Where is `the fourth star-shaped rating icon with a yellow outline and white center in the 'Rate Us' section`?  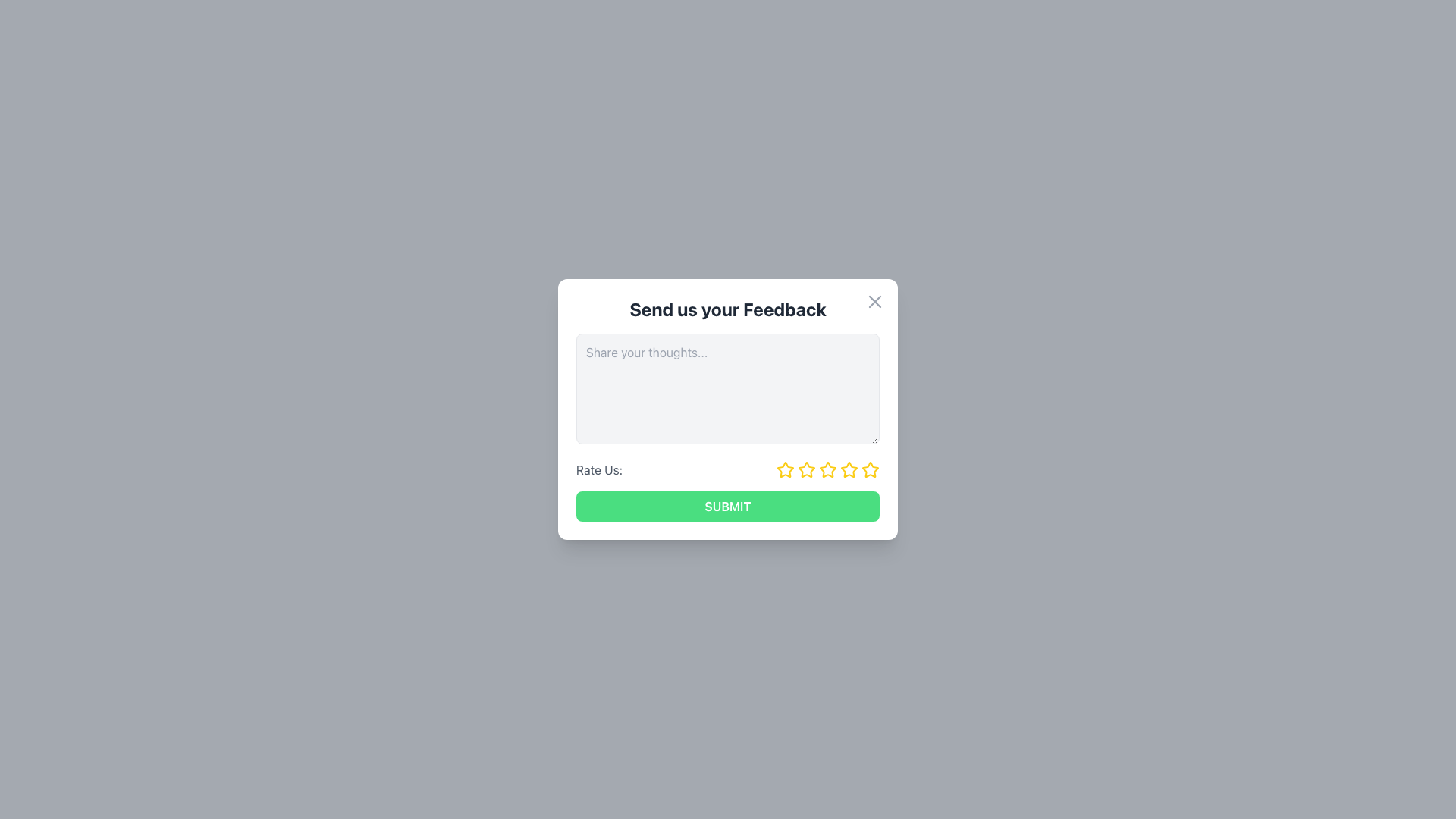 the fourth star-shaped rating icon with a yellow outline and white center in the 'Rate Us' section is located at coordinates (826, 468).